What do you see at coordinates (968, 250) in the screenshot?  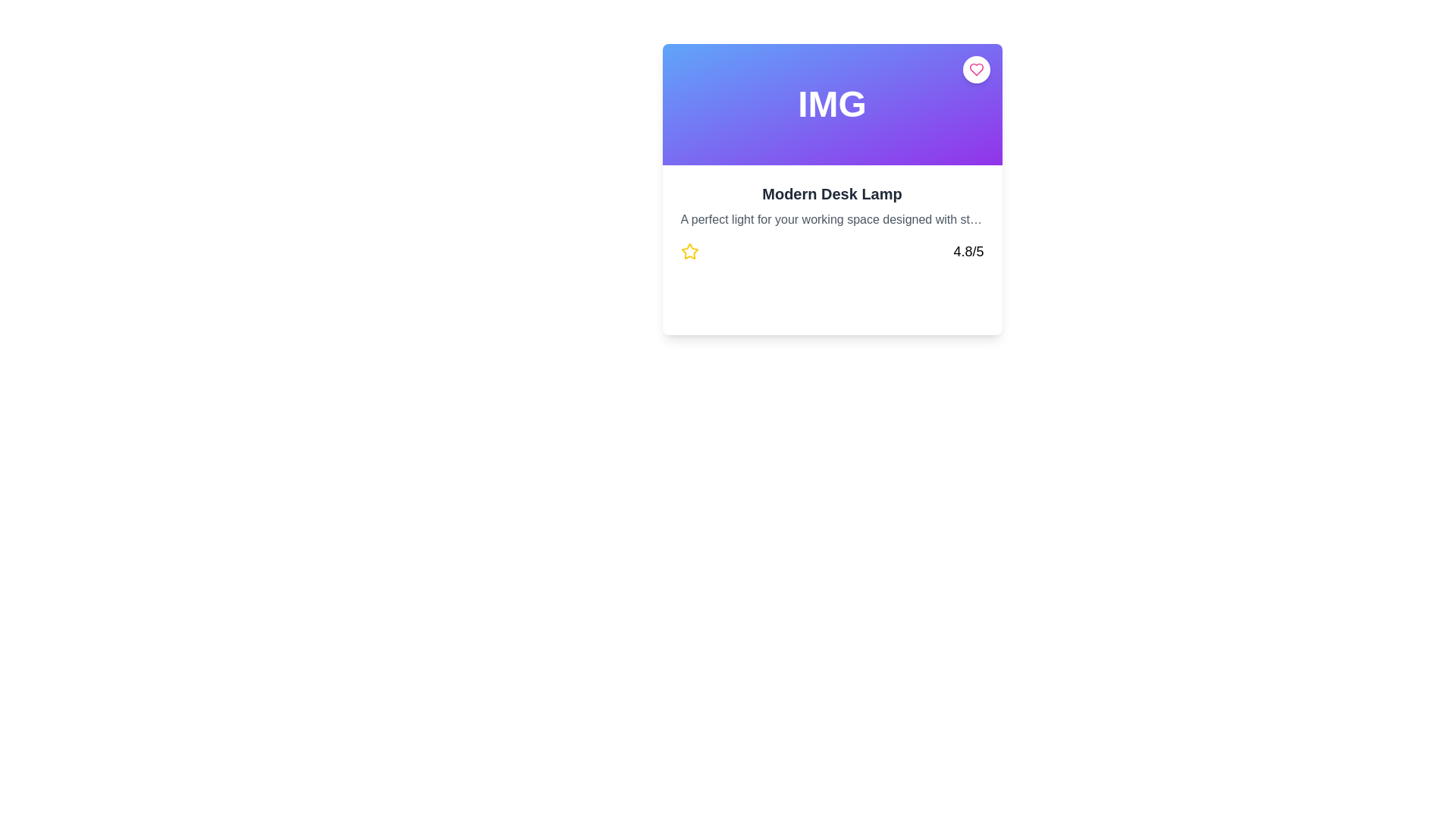 I see `text element displaying the user rating '4.8/5', which is styled in a medium-sized bold font and is positioned to the right of a star icon` at bounding box center [968, 250].